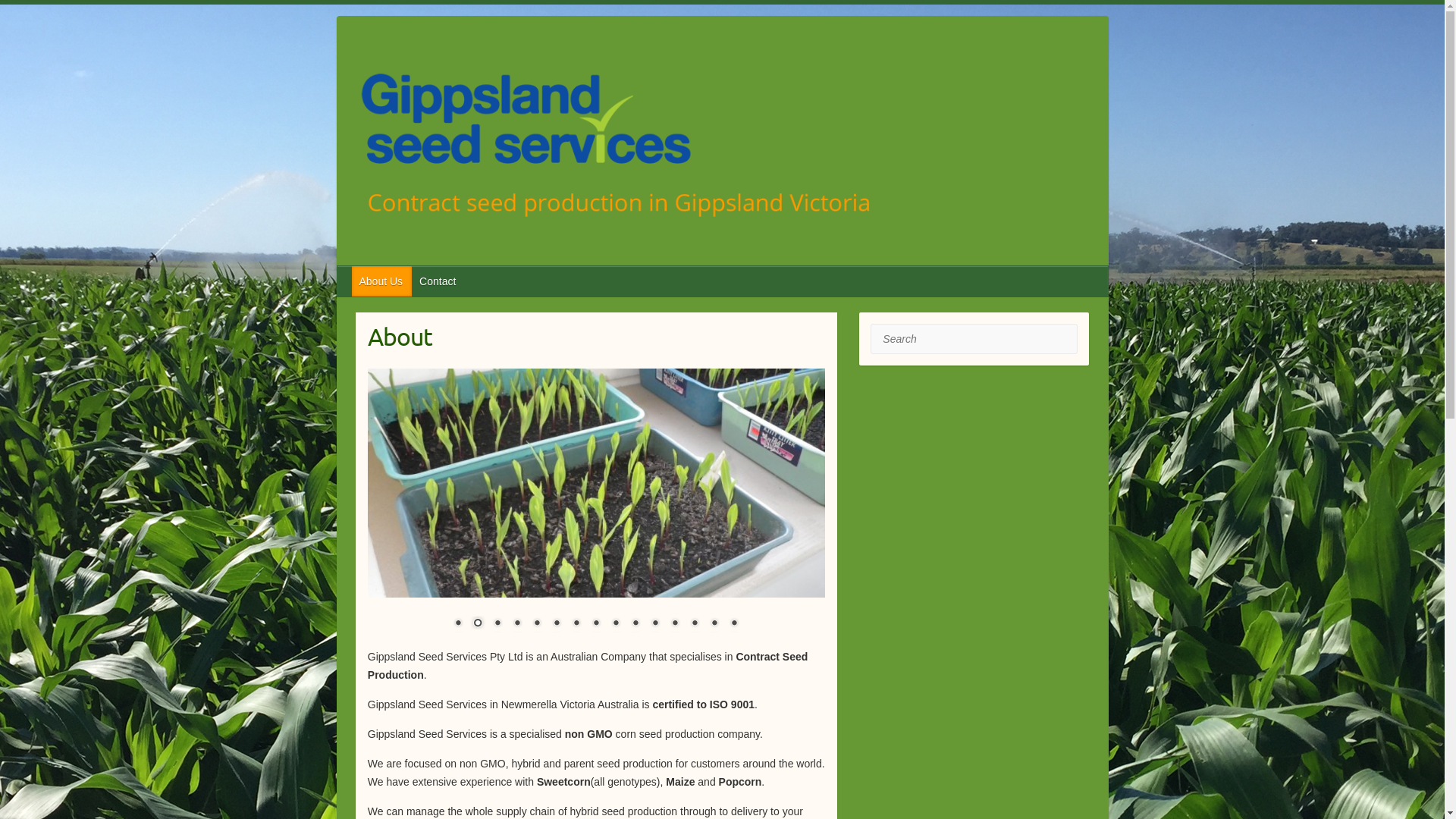  I want to click on '15', so click(734, 623).